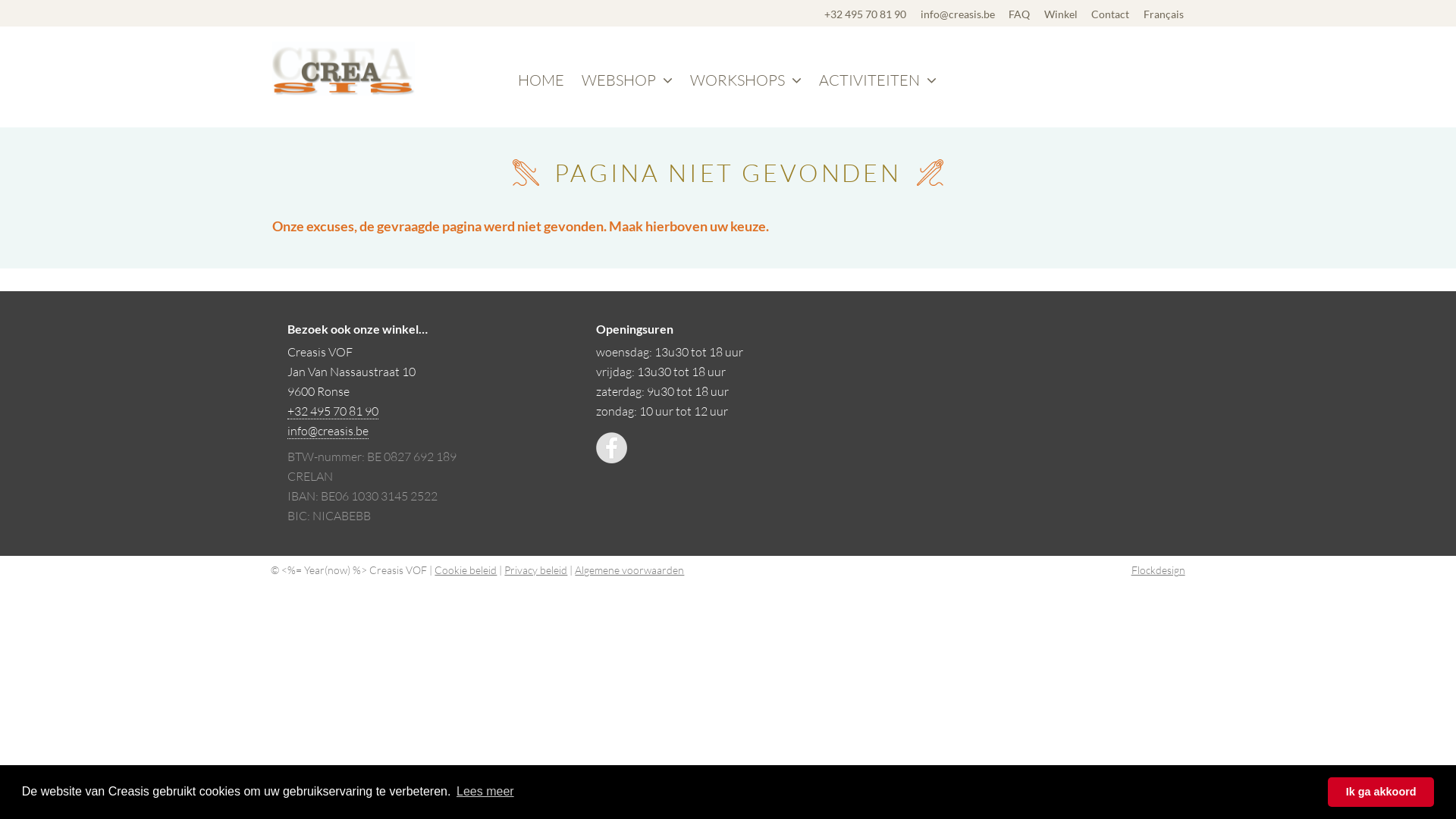 The height and width of the screenshot is (819, 1456). What do you see at coordinates (1157, 570) in the screenshot?
I see `'Flockdesign'` at bounding box center [1157, 570].